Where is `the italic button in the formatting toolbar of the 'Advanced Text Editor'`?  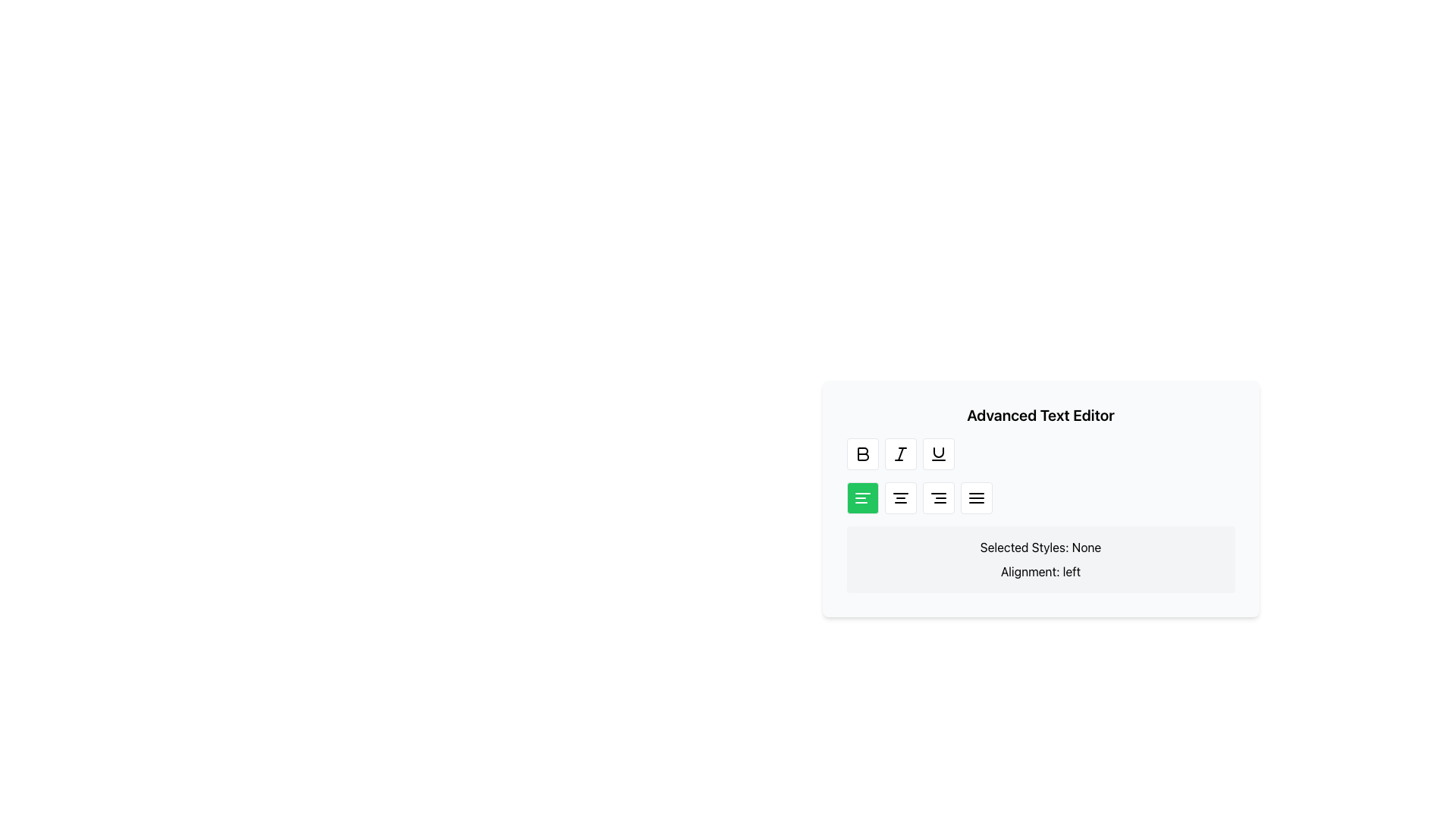
the italic button in the formatting toolbar of the 'Advanced Text Editor' is located at coordinates (900, 453).